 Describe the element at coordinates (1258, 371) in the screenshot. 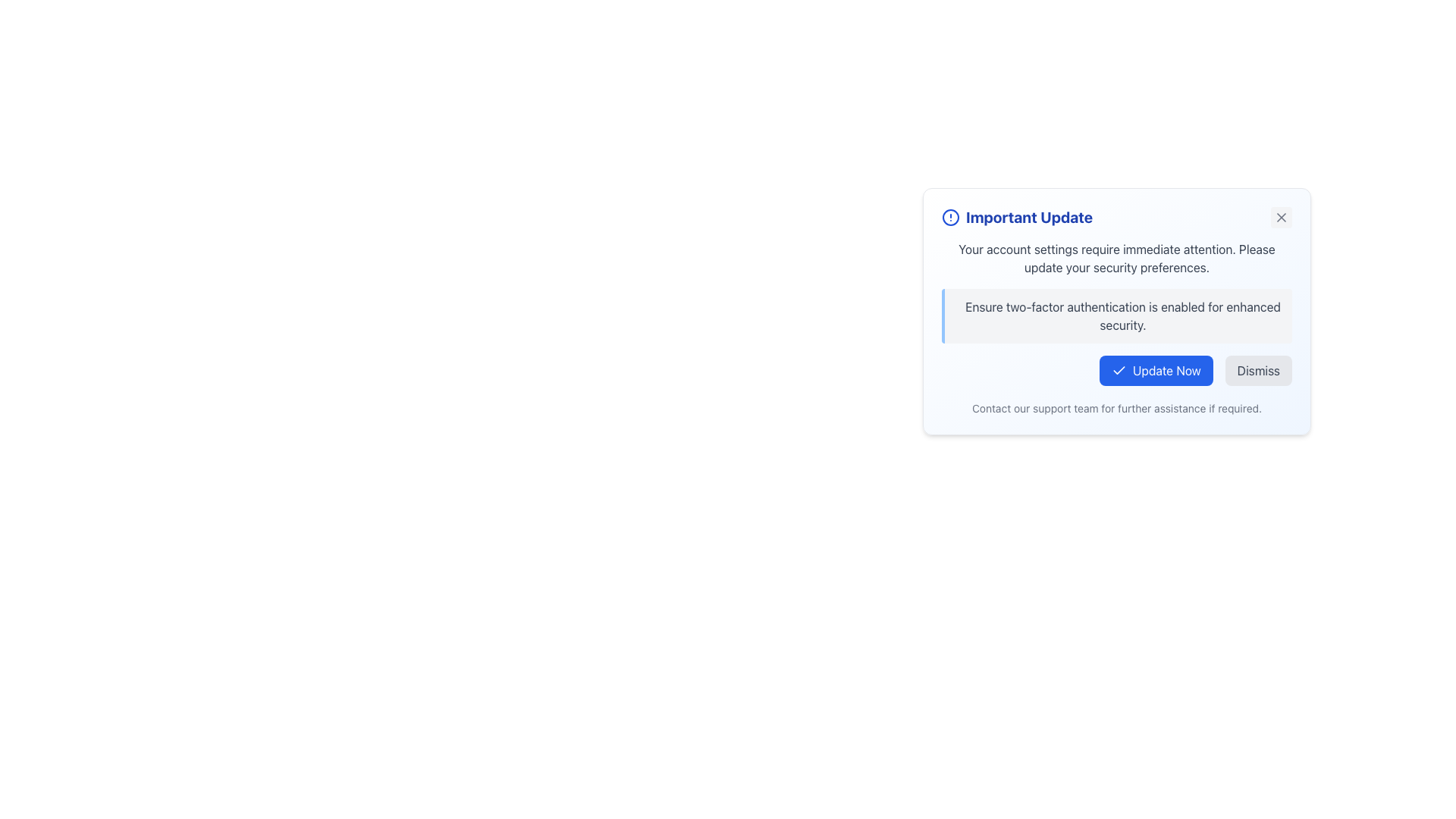

I see `the farthest-right button in the notification panel` at that location.